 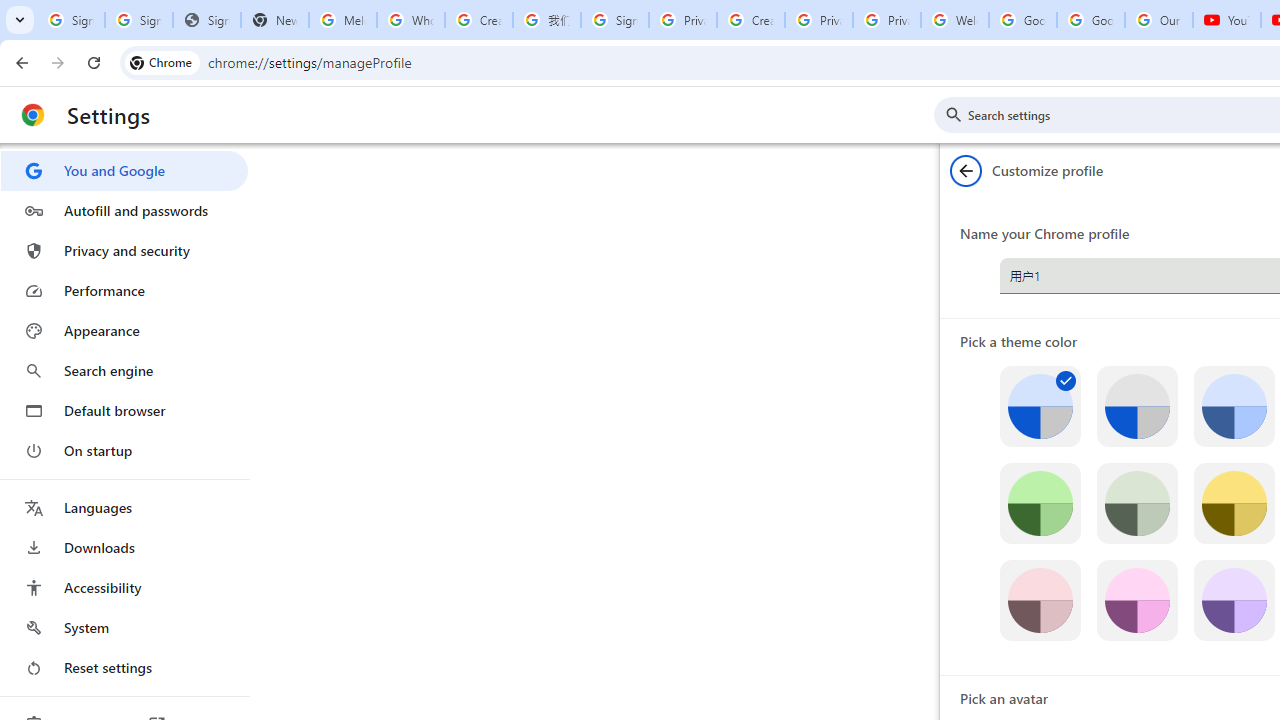 What do you see at coordinates (123, 170) in the screenshot?
I see `'You and Google'` at bounding box center [123, 170].